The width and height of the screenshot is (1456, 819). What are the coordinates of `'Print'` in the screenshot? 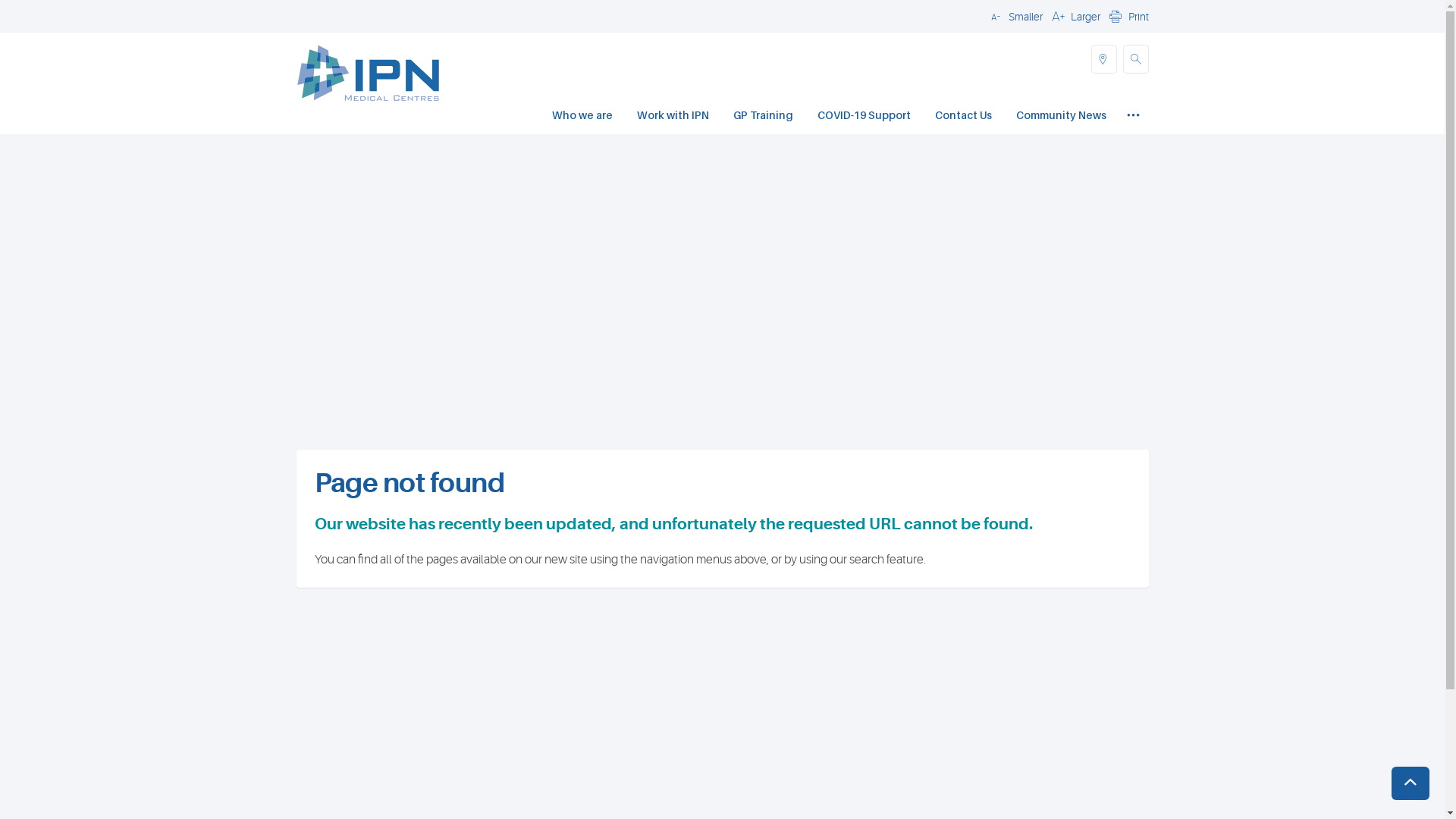 It's located at (1127, 15).